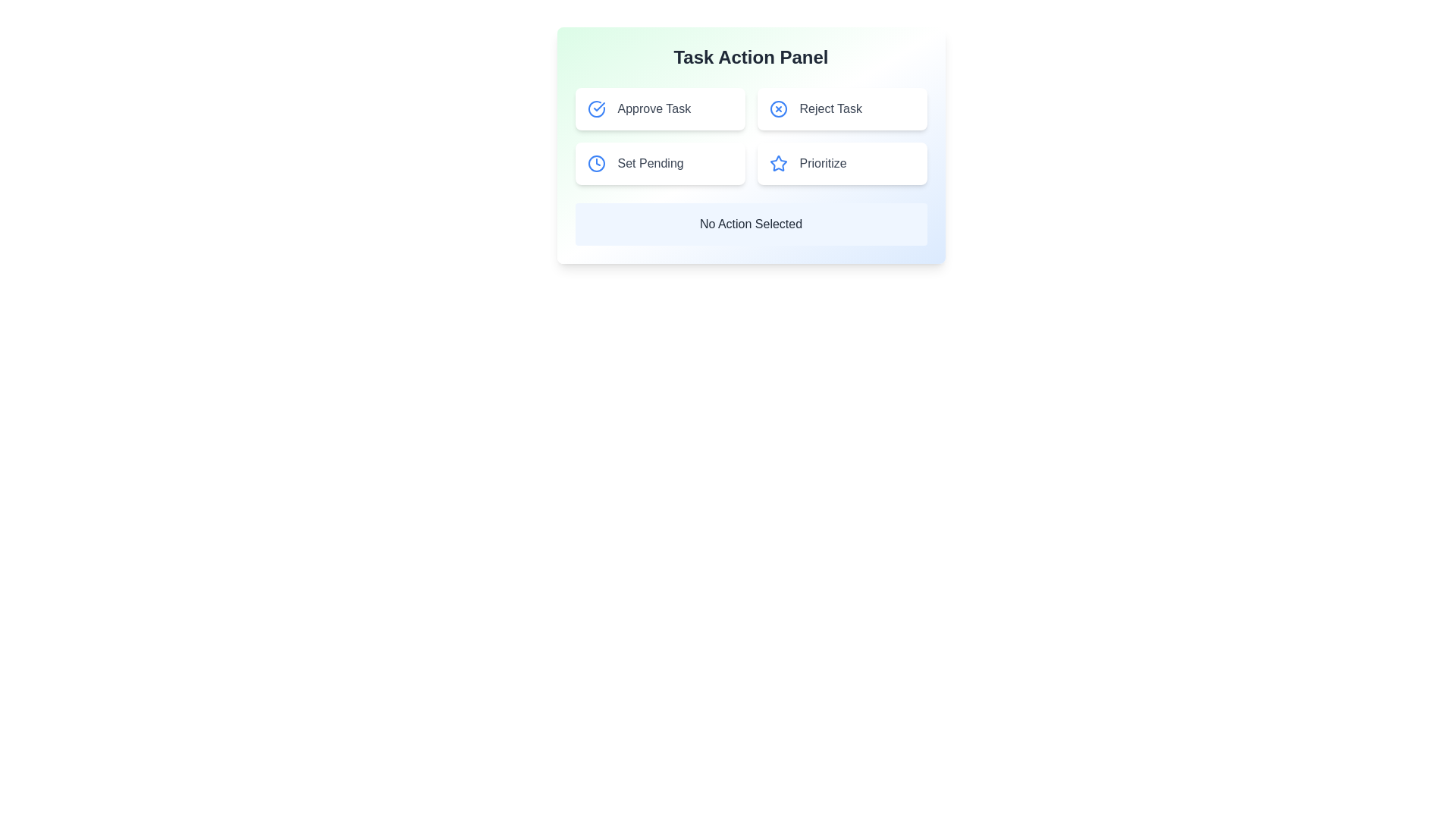 This screenshot has height=819, width=1456. I want to click on 'Prioritize' label located within the third button of the 'Task Action Panel', positioned towards the right side of the grid layout, so click(822, 164).